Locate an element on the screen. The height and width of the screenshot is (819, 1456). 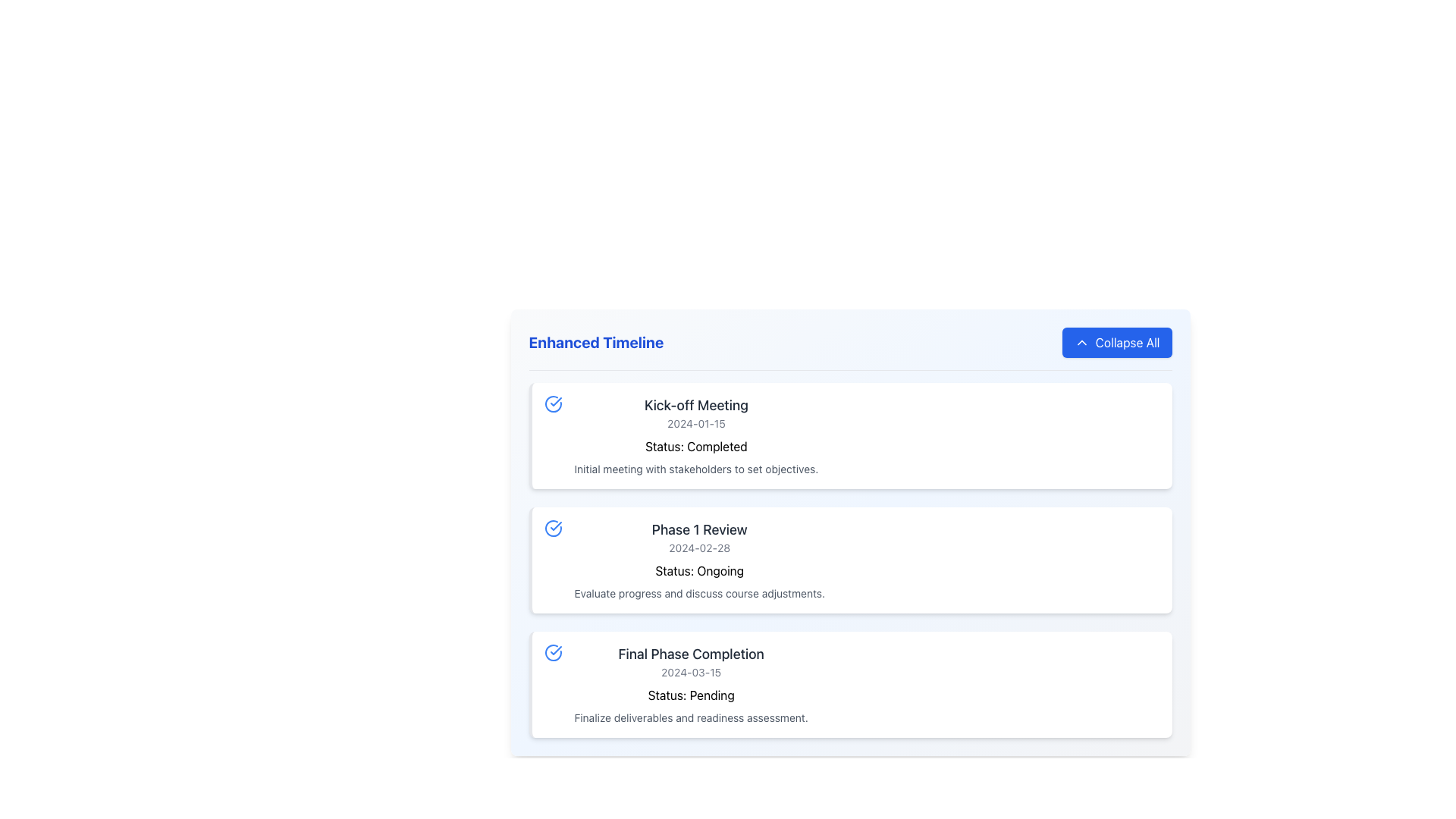
the 'Phase 1 Review' textual information block within the Enhanced Timeline section is located at coordinates (698, 560).